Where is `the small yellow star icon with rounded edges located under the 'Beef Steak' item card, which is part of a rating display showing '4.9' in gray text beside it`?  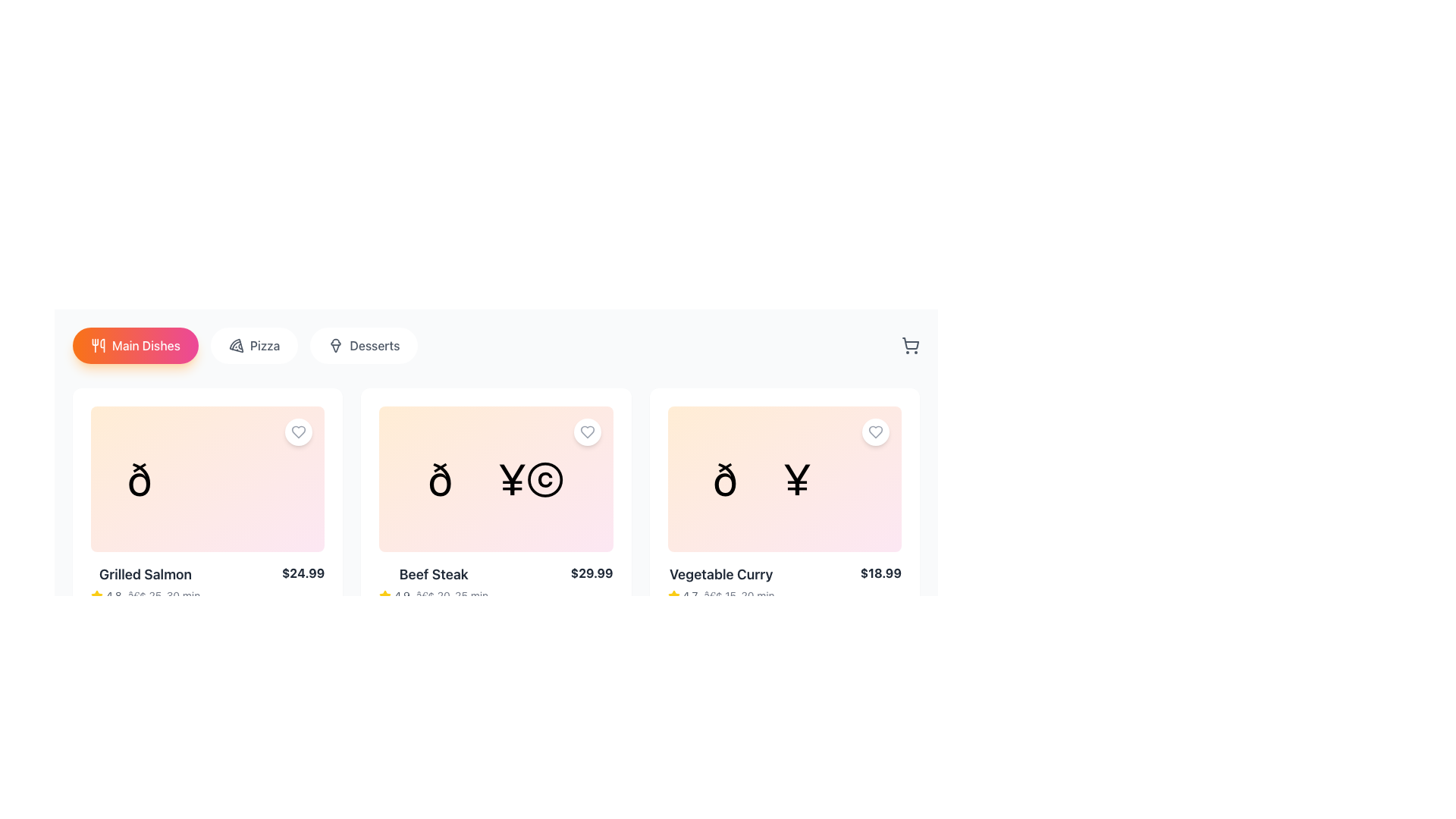
the small yellow star icon with rounded edges located under the 'Beef Steak' item card, which is part of a rating display showing '4.9' in gray text beside it is located at coordinates (385, 595).